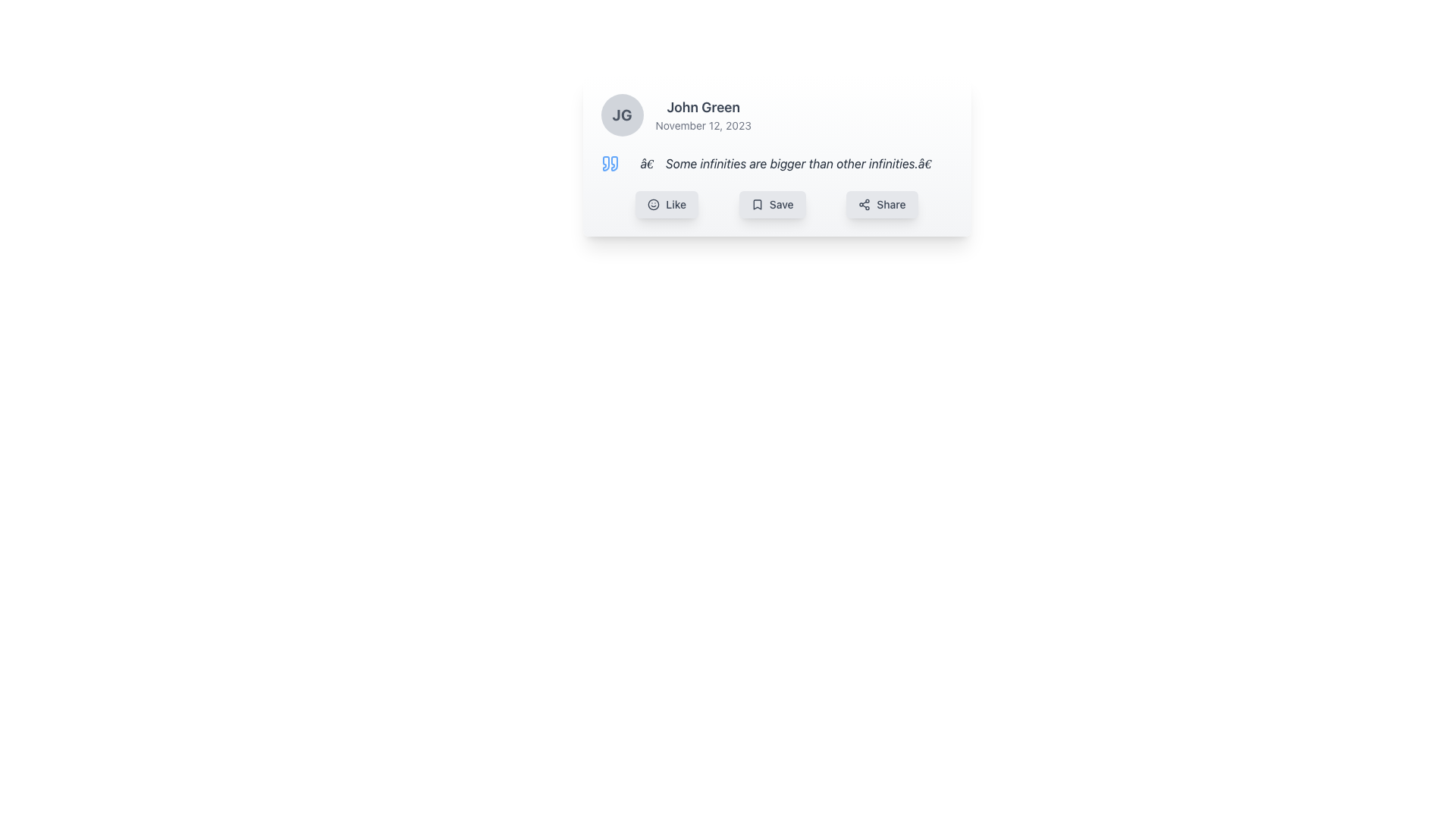 The image size is (1456, 819). I want to click on the share icon located within the button labeled 'Share' at the far right of a row of buttons beneath a user post, so click(864, 205).